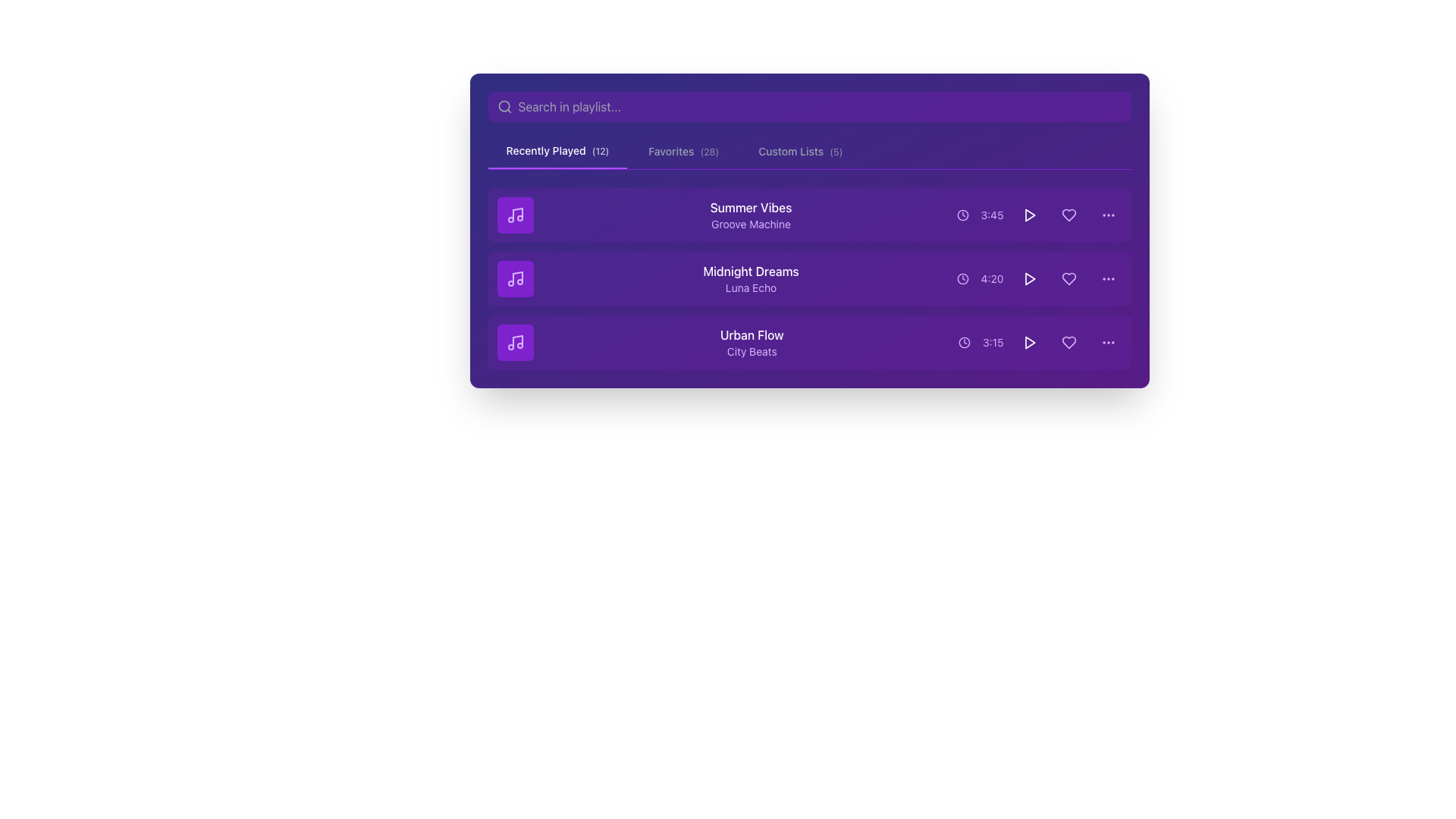 The image size is (1456, 819). What do you see at coordinates (682, 152) in the screenshot?
I see `the button labeled 'Favorites (28)'` at bounding box center [682, 152].